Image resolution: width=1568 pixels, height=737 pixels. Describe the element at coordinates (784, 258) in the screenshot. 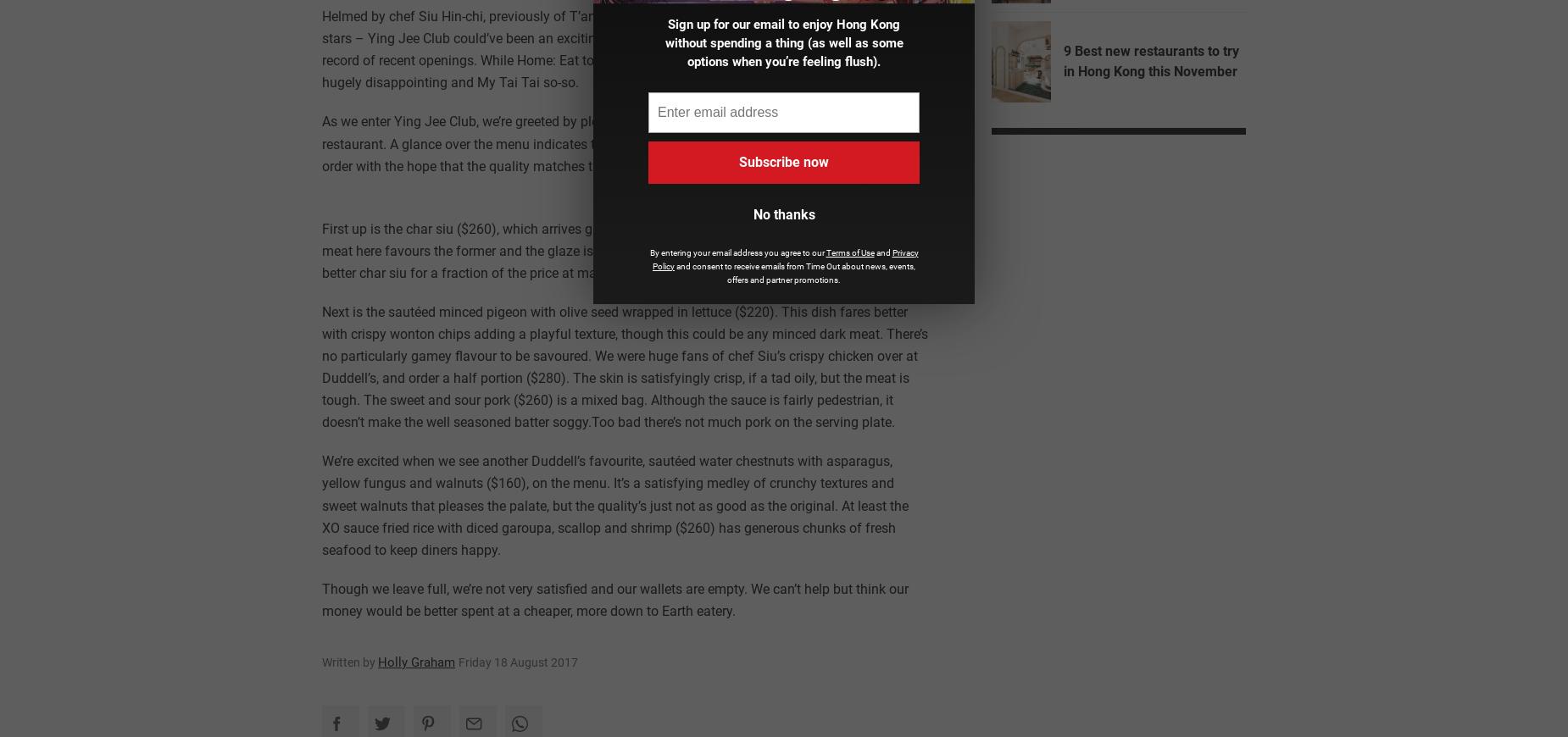

I see `'Privacy Policy'` at that location.